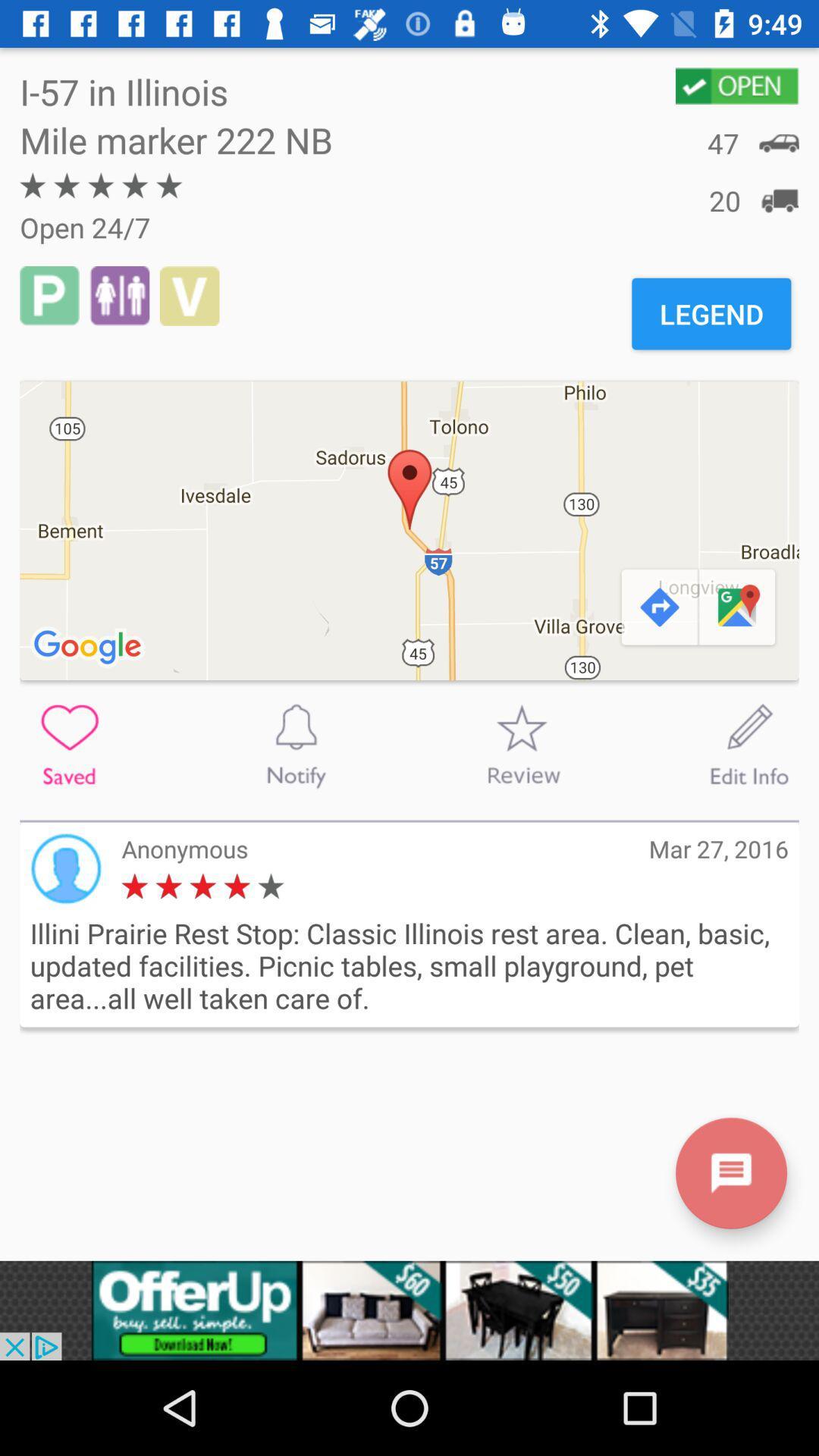 The image size is (819, 1456). Describe the element at coordinates (730, 1172) in the screenshot. I see `messeager` at that location.